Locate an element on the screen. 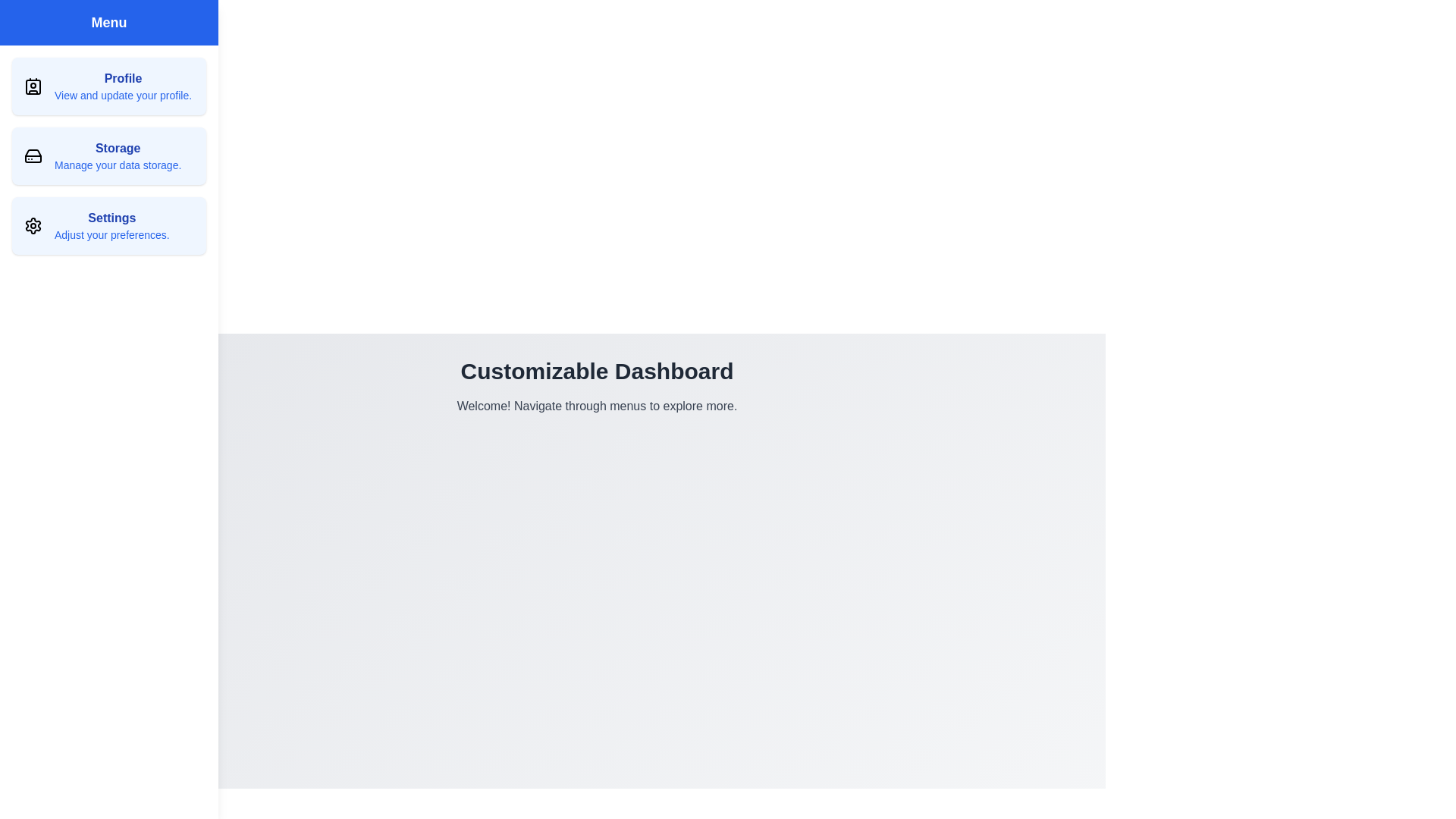 Image resolution: width=1456 pixels, height=819 pixels. button at the top-left corner of the screen to toggle the navigation drawer's visibility is located at coordinates (30, 30).